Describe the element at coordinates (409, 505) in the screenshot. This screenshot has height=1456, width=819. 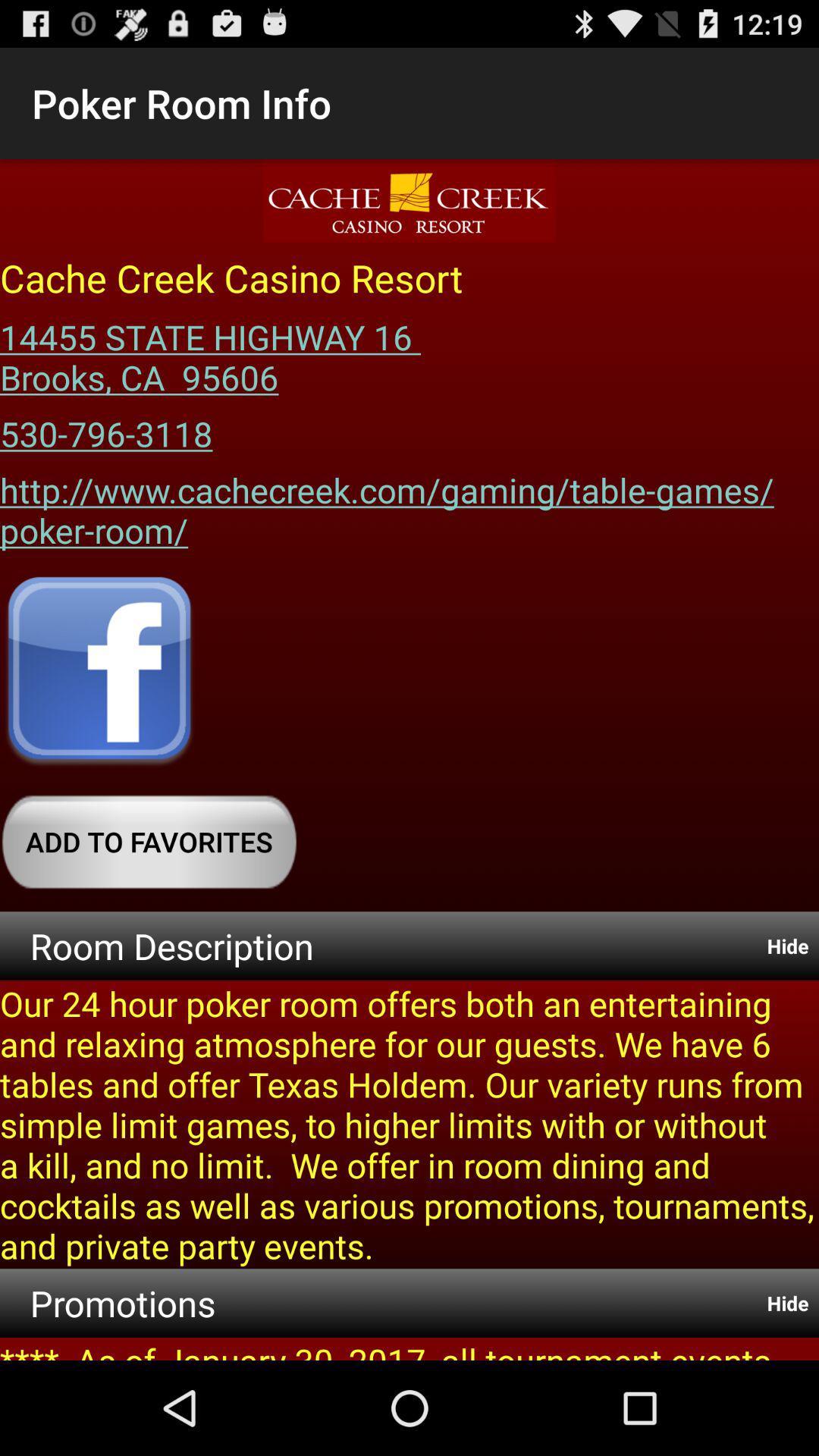
I see `the item at the center` at that location.